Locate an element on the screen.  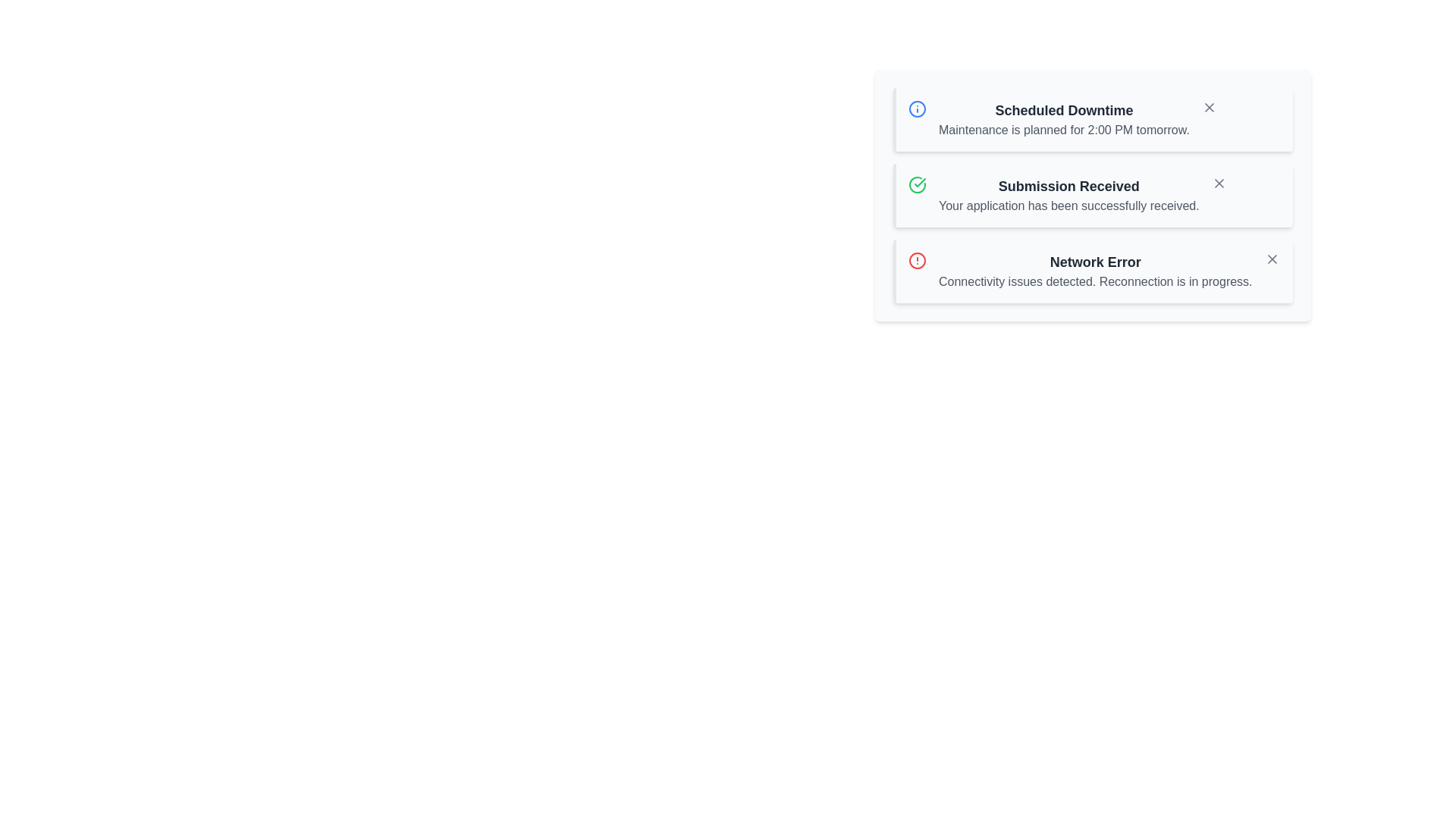
the success icon located to the left of the 'Submission Received' text within the notification block is located at coordinates (916, 184).